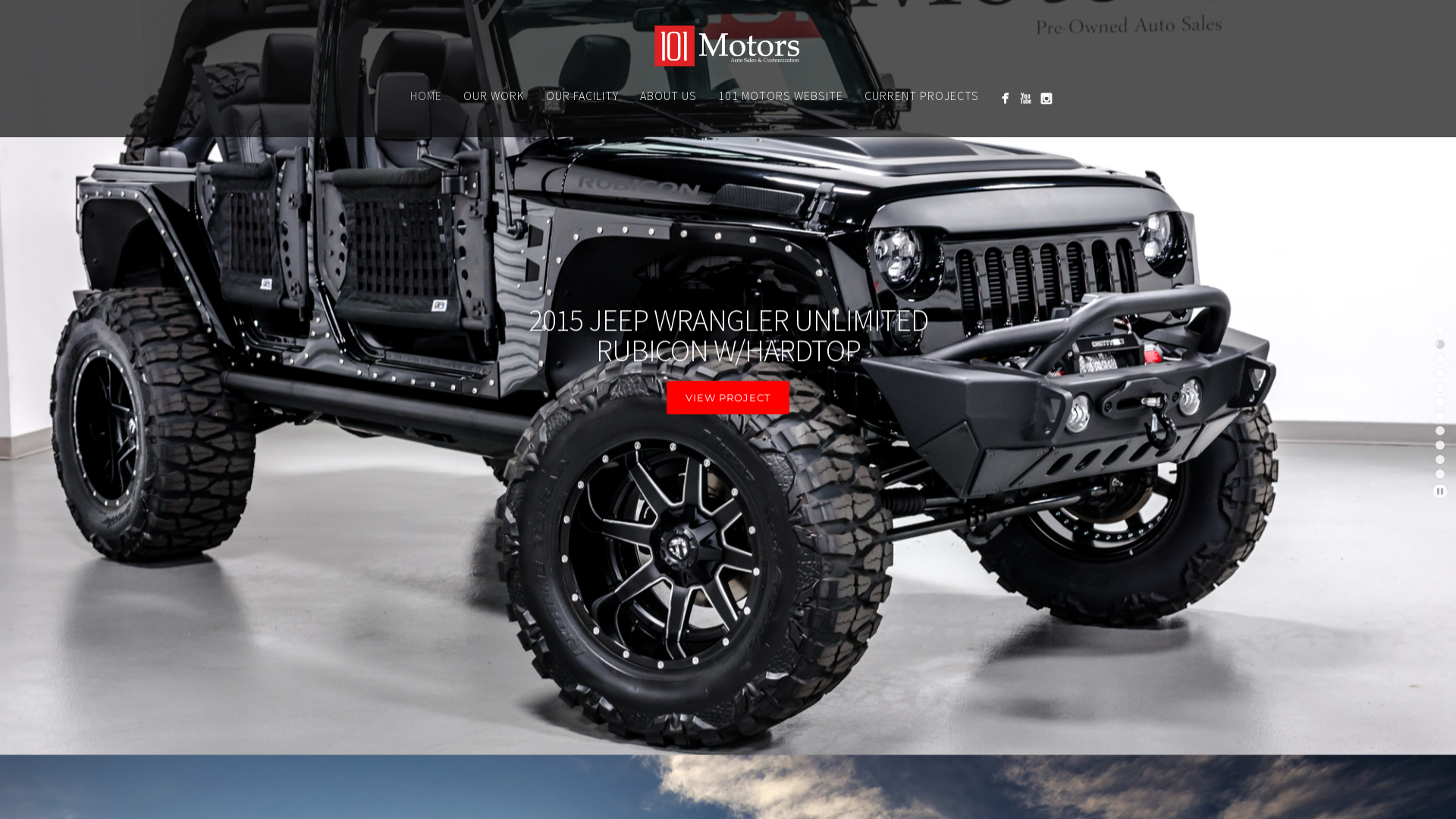  I want to click on 'Facebook', so click(994, 98).